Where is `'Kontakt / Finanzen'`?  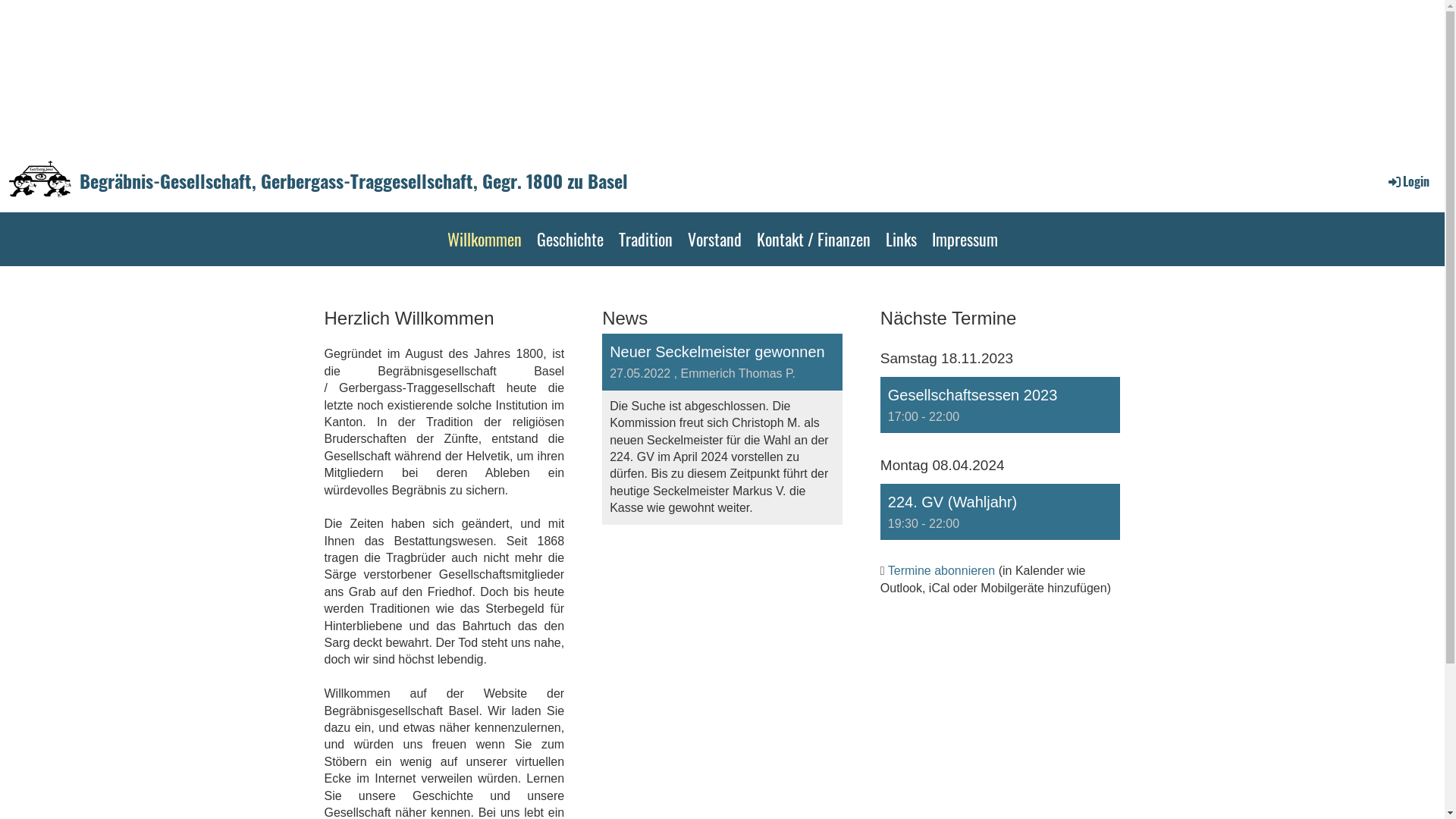 'Kontakt / Finanzen' is located at coordinates (813, 239).